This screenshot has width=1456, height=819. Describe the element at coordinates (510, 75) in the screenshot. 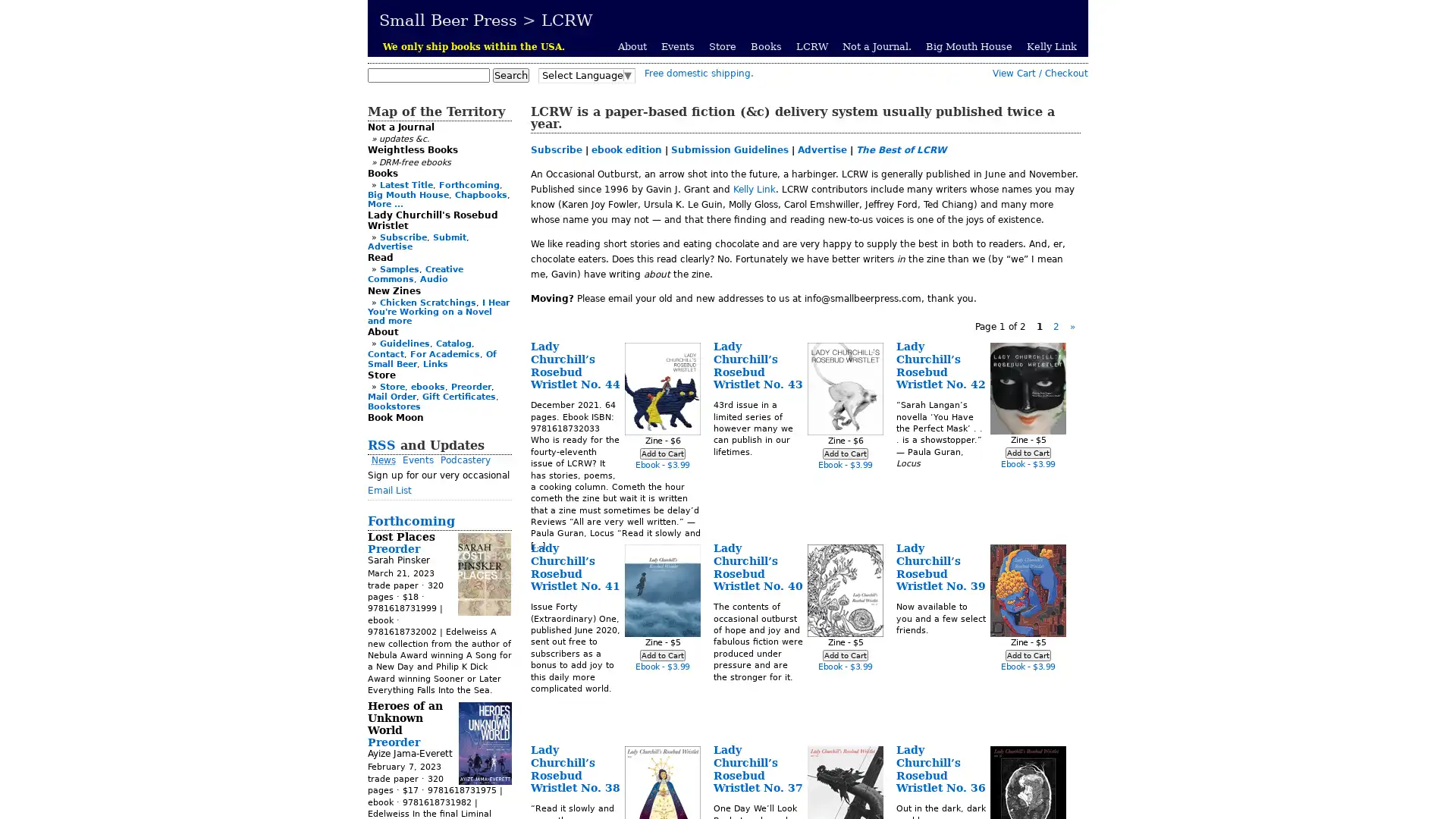

I see `Search` at that location.